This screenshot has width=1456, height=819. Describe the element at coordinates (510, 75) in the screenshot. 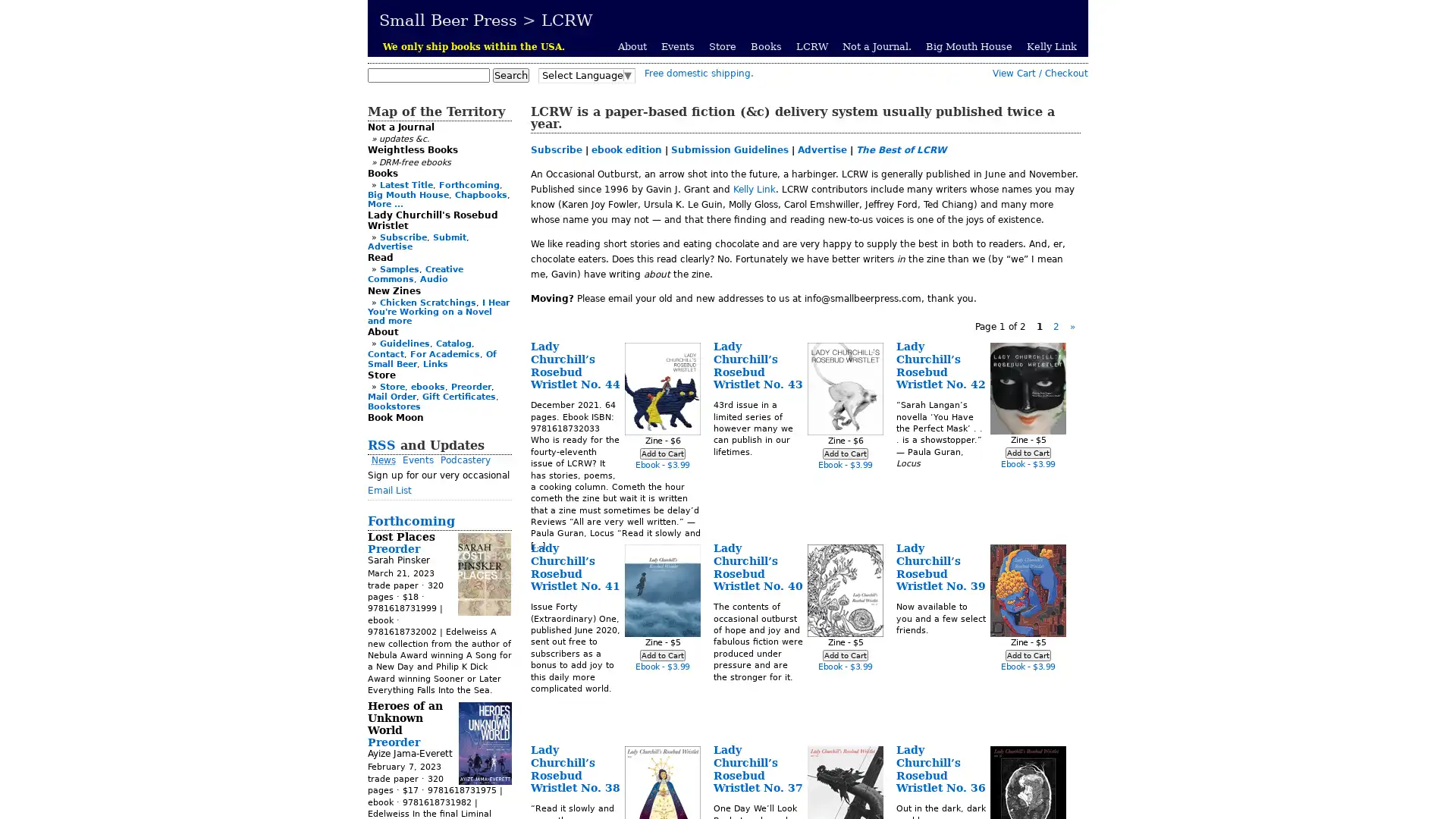

I see `Search` at that location.